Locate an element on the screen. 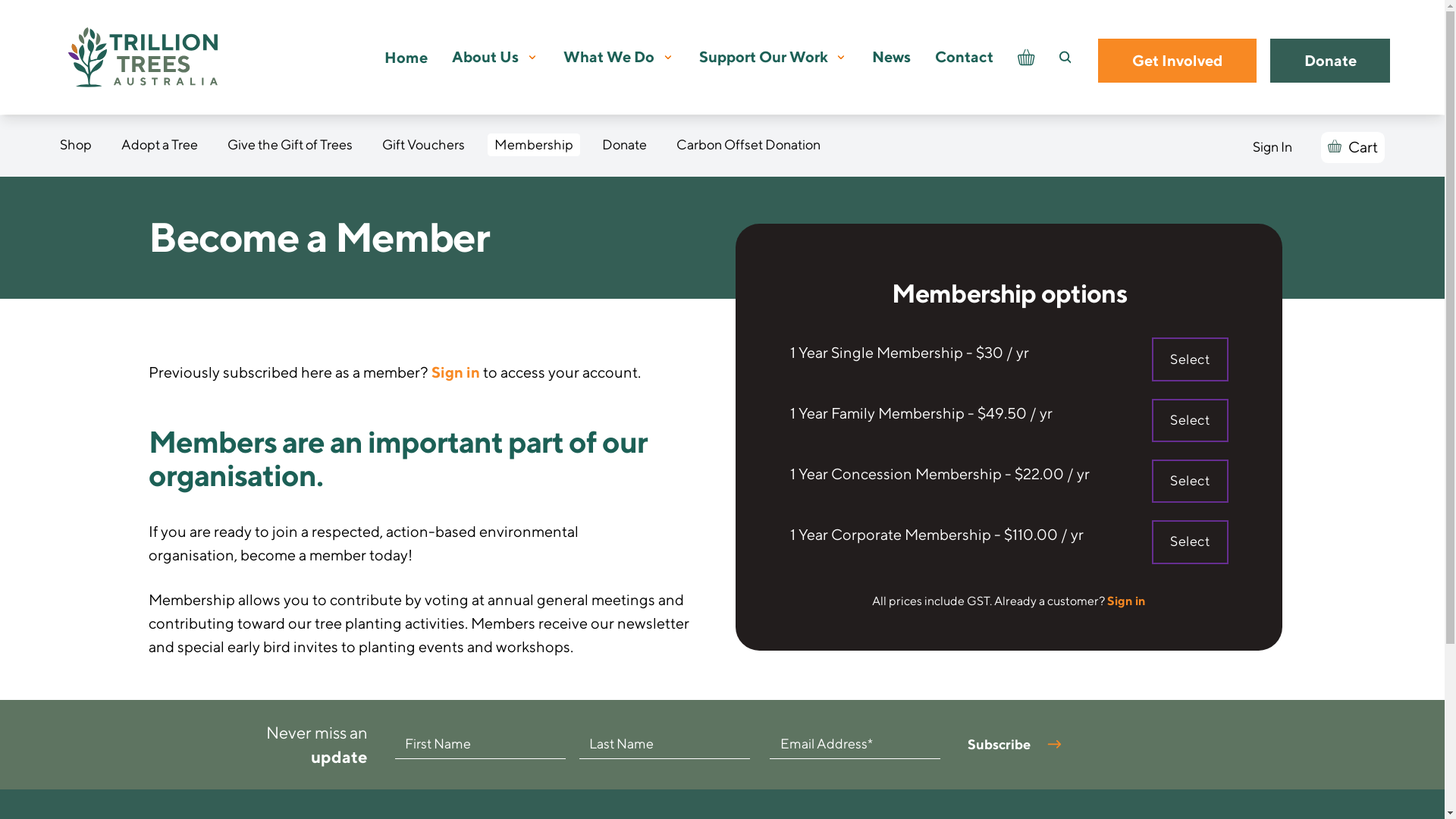 This screenshot has height=819, width=1456. 'News' is located at coordinates (891, 56).